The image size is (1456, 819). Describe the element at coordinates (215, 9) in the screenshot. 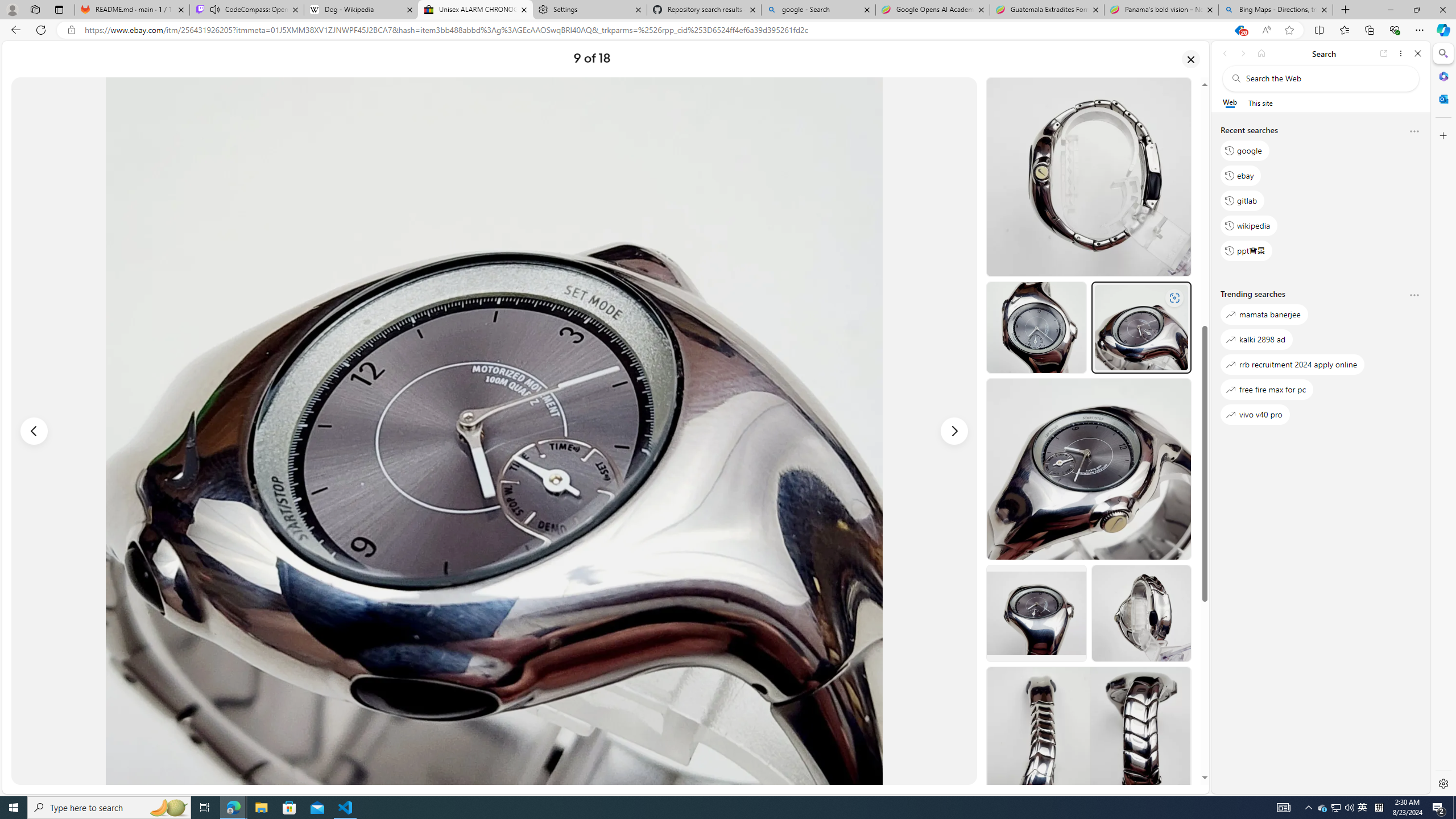

I see `'Mute tab'` at that location.